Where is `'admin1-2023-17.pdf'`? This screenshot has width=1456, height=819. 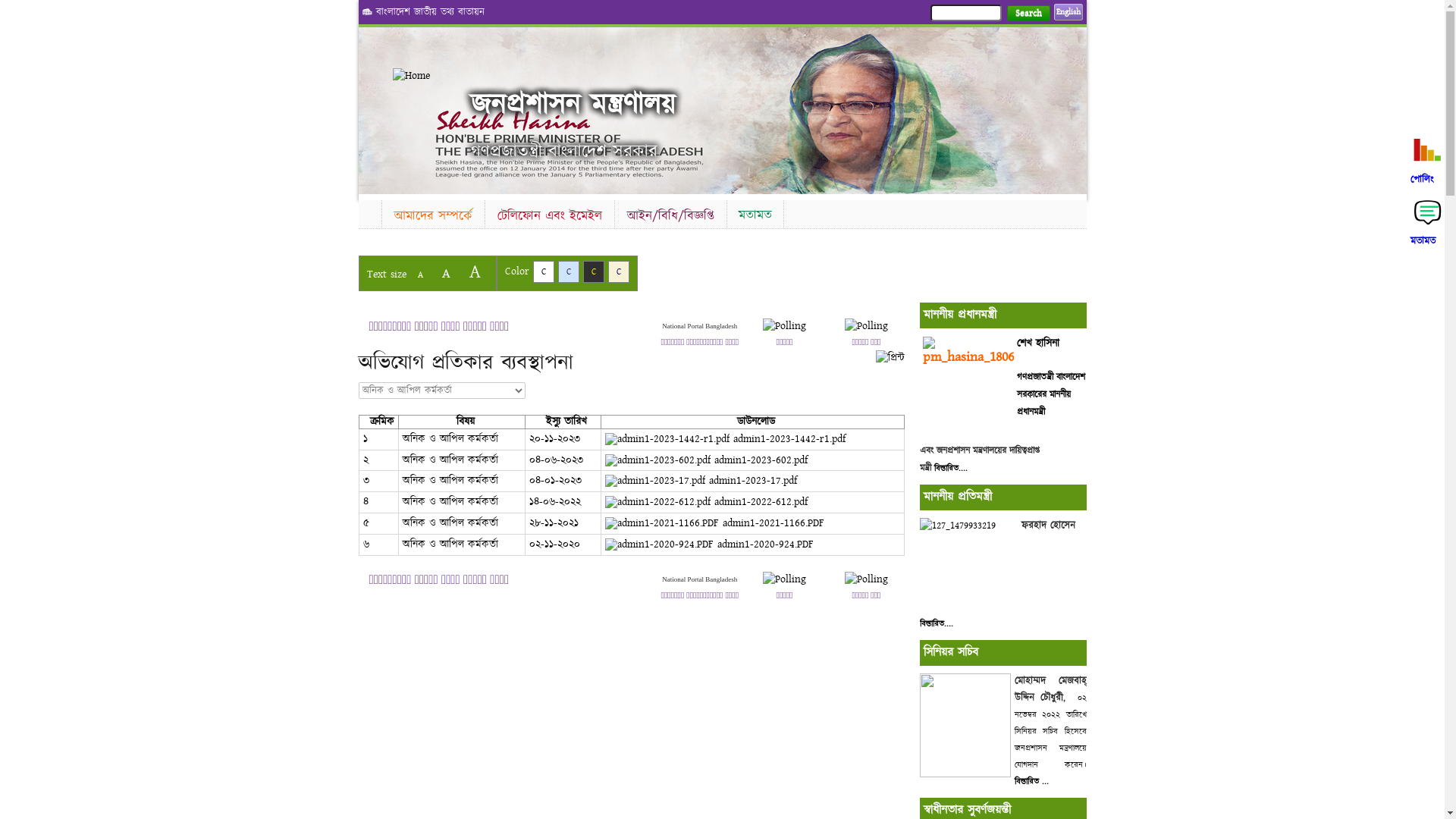
'admin1-2023-17.pdf' is located at coordinates (700, 480).